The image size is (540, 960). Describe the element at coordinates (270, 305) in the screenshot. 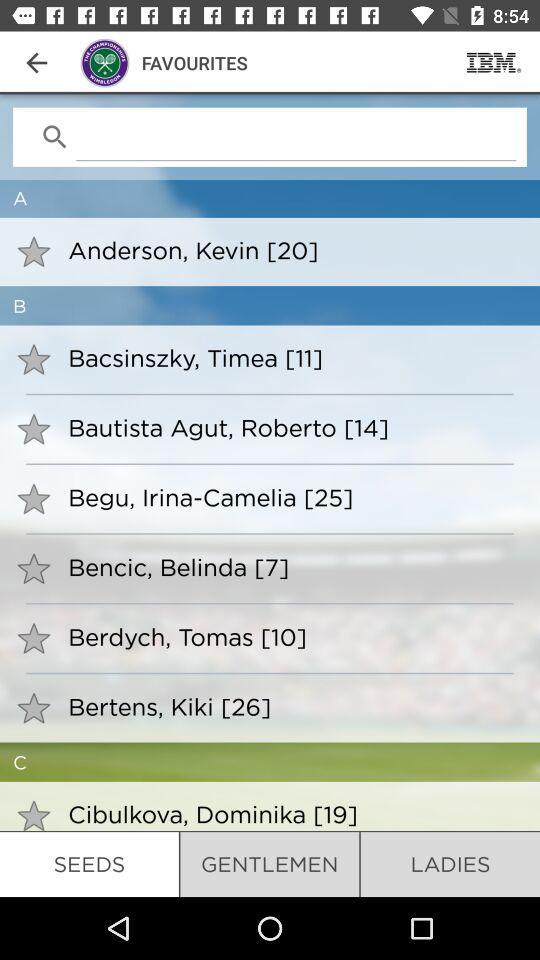

I see `the b` at that location.